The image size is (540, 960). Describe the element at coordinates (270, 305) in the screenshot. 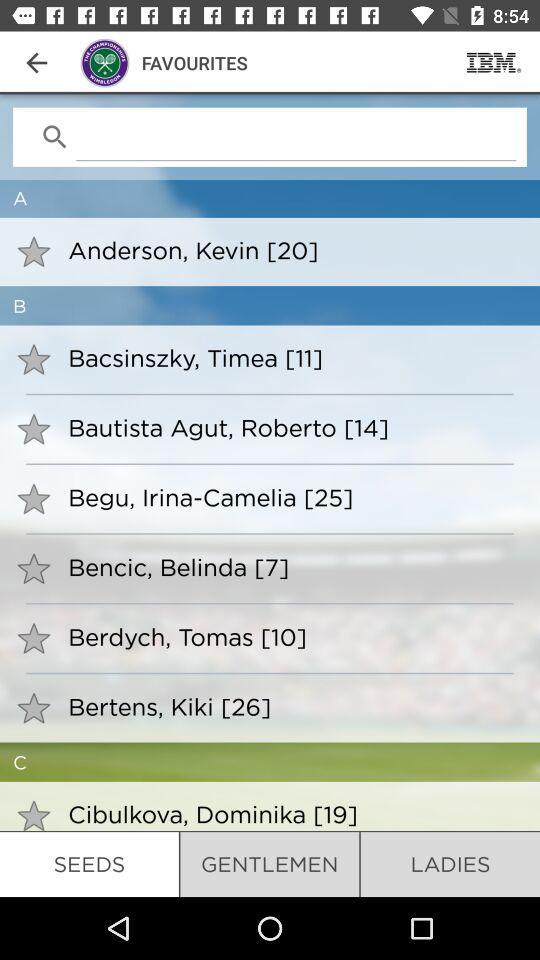

I see `the b` at that location.